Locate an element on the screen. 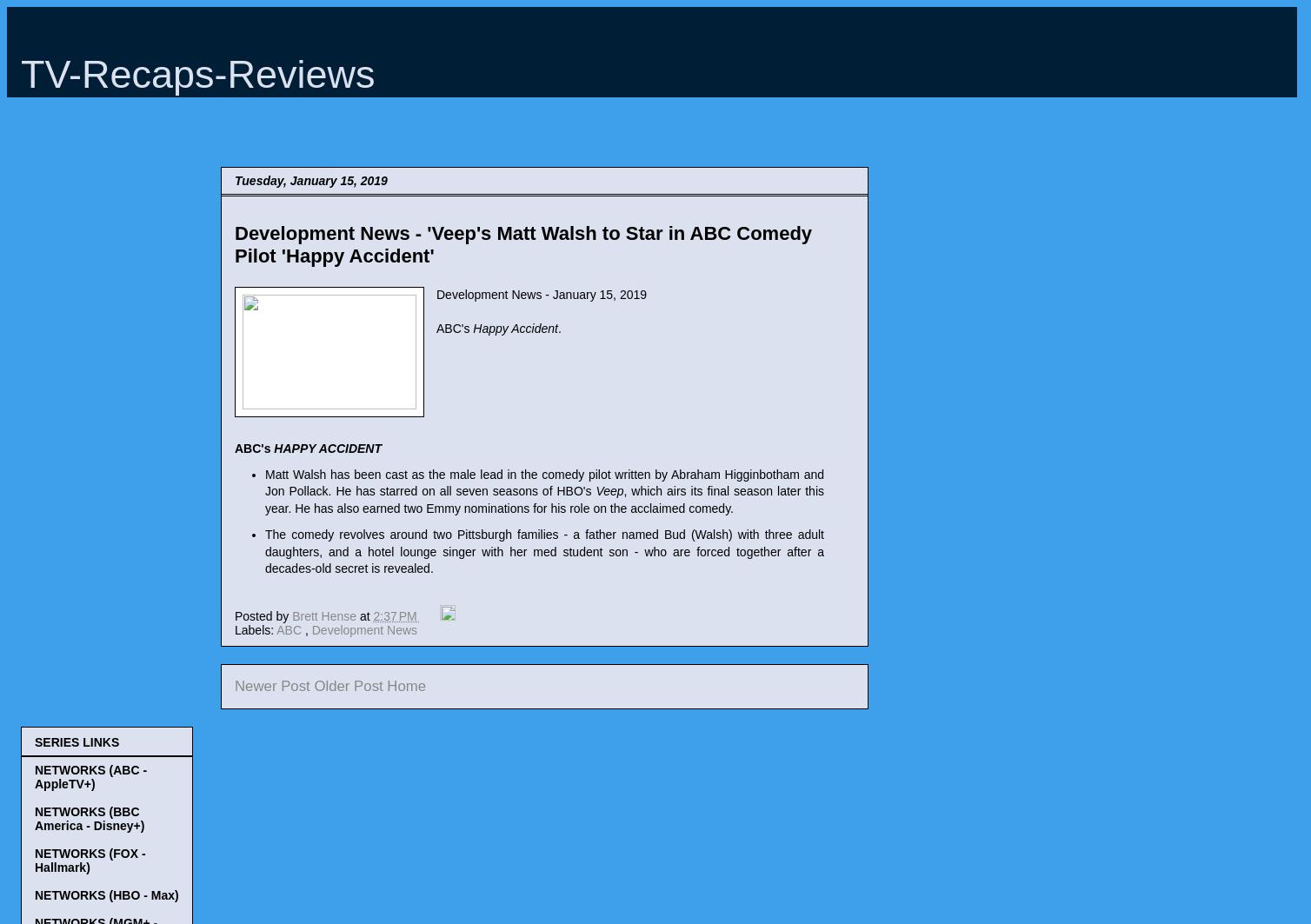 This screenshot has width=1311, height=924. 'Labels:' is located at coordinates (255, 628).